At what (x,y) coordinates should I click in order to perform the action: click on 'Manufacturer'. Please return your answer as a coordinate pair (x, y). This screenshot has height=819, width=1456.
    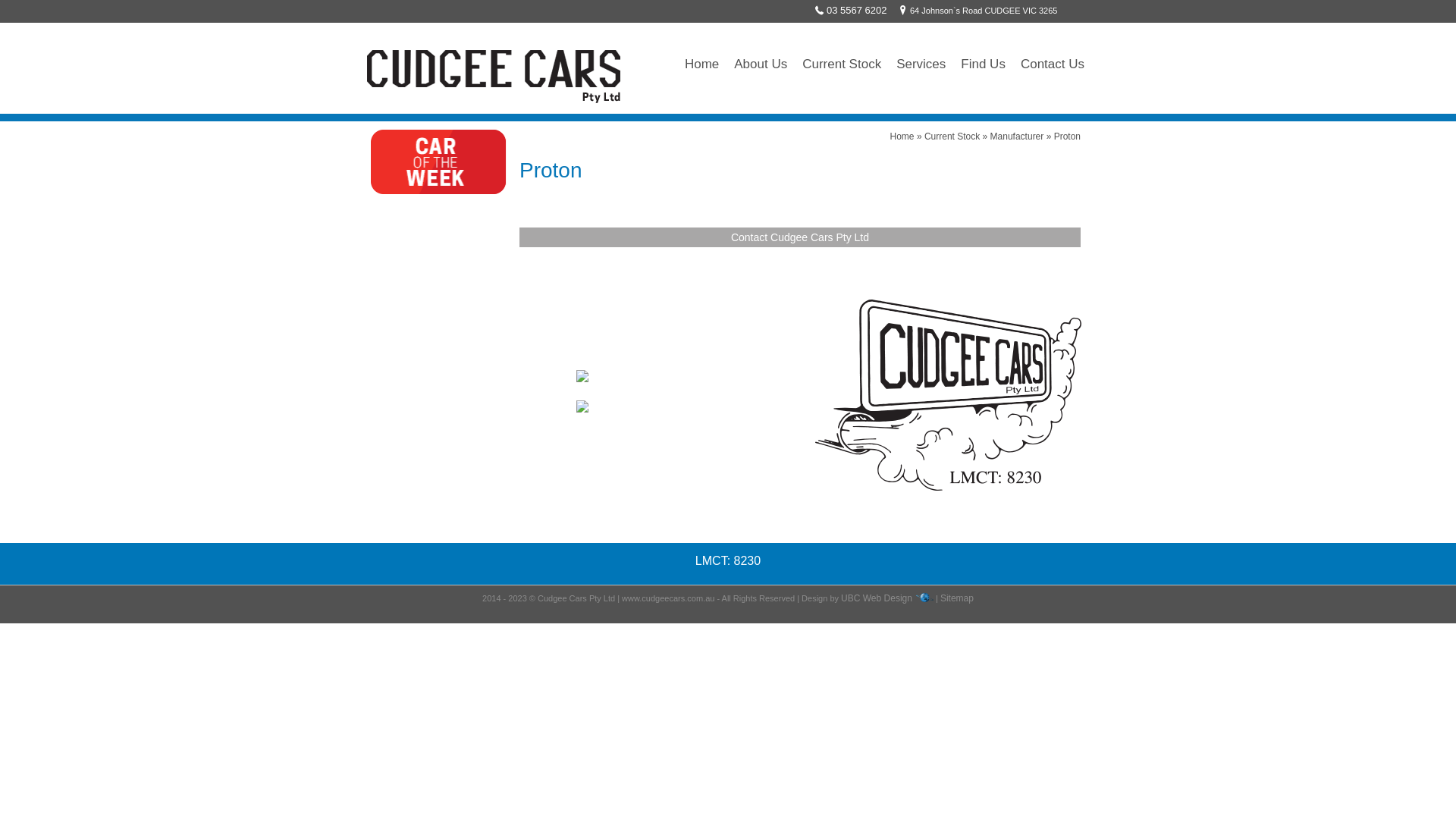
    Looking at the image, I should click on (1017, 136).